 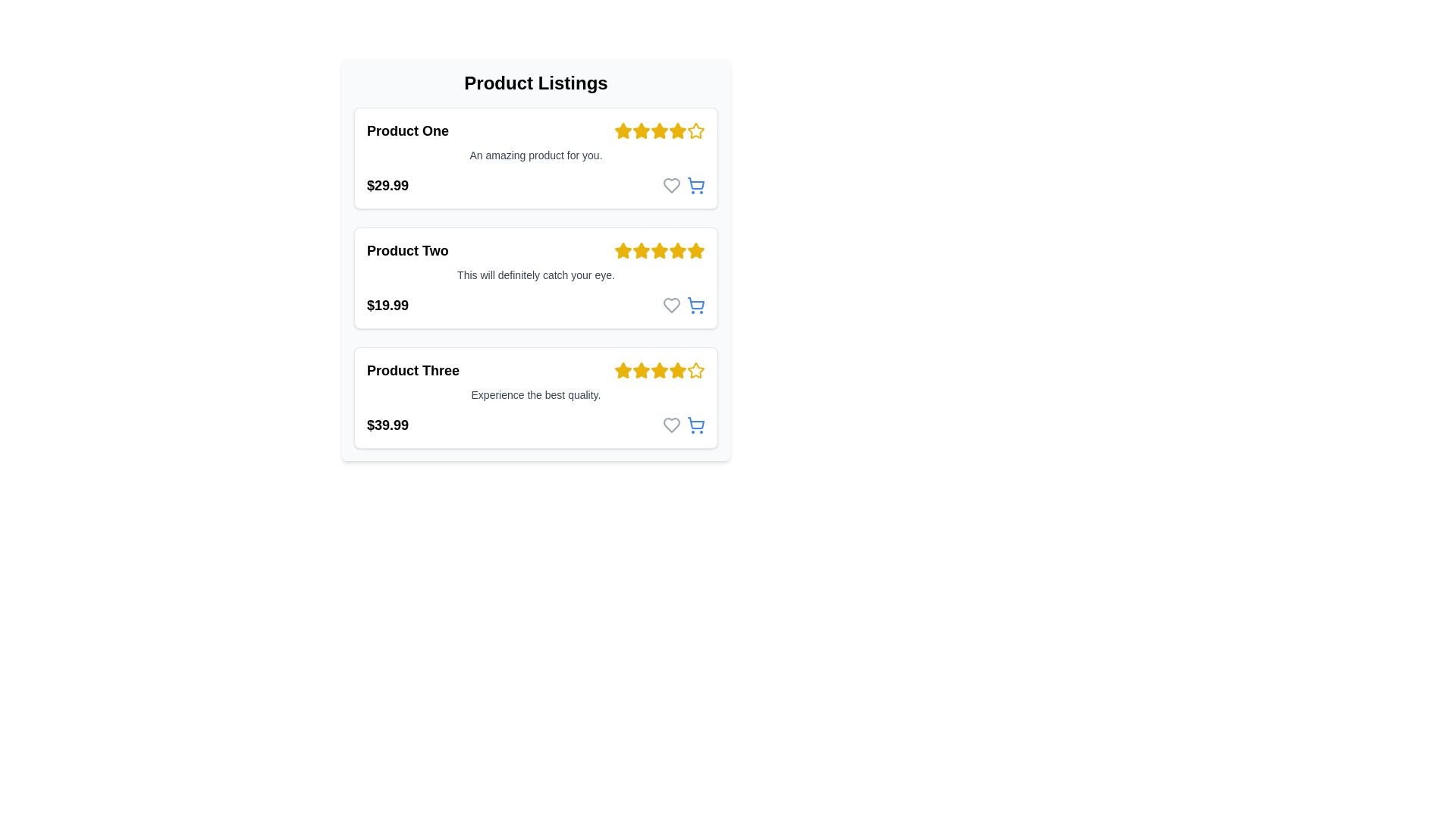 I want to click on the icon located at the bottom-right corner of 'Product Three', so click(x=695, y=425).